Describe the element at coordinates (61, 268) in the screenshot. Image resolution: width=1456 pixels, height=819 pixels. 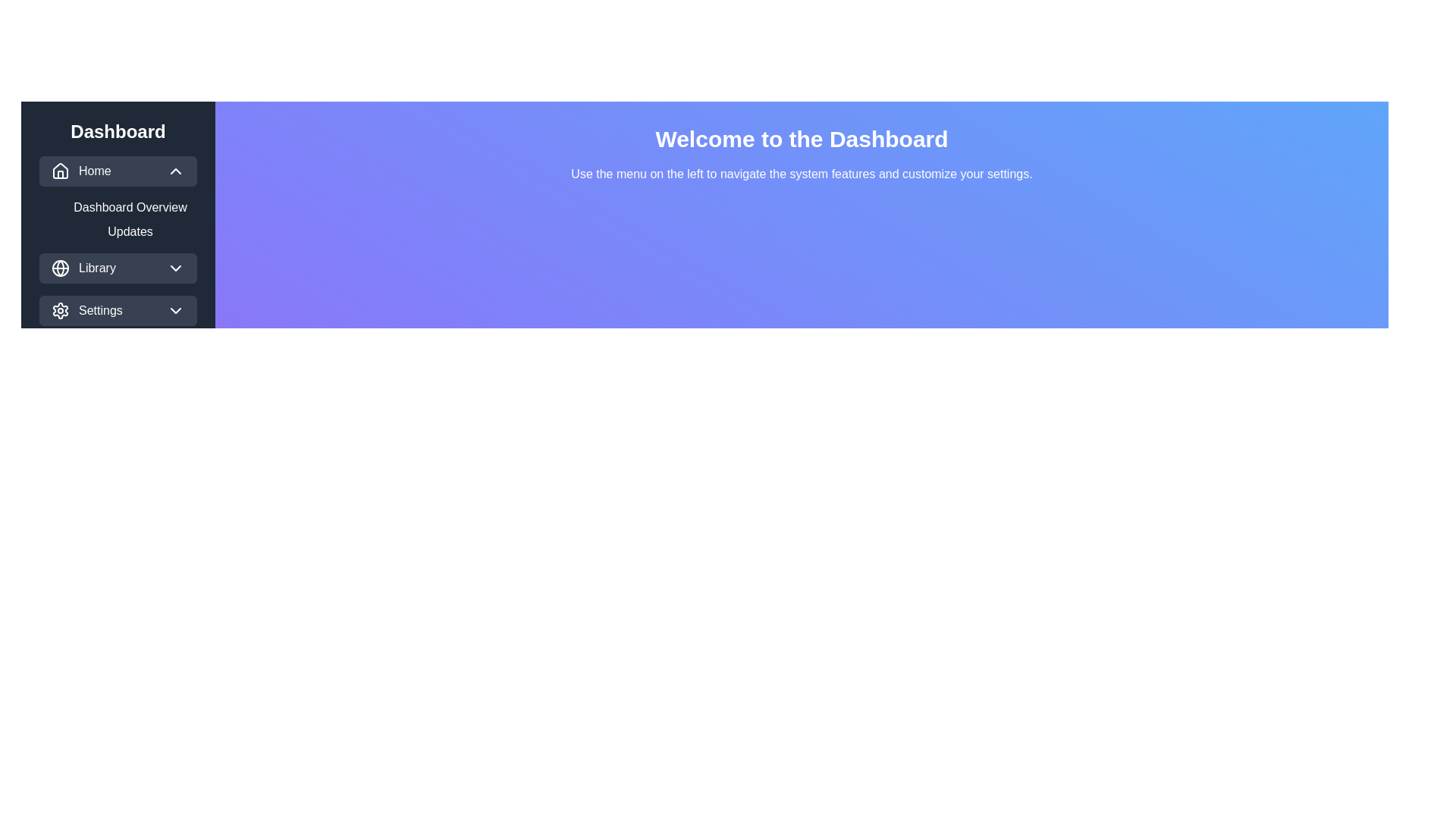
I see `the decorative circle element of the globe icon in the 'Library' navigation item, which is the second item in the vertical menu` at that location.